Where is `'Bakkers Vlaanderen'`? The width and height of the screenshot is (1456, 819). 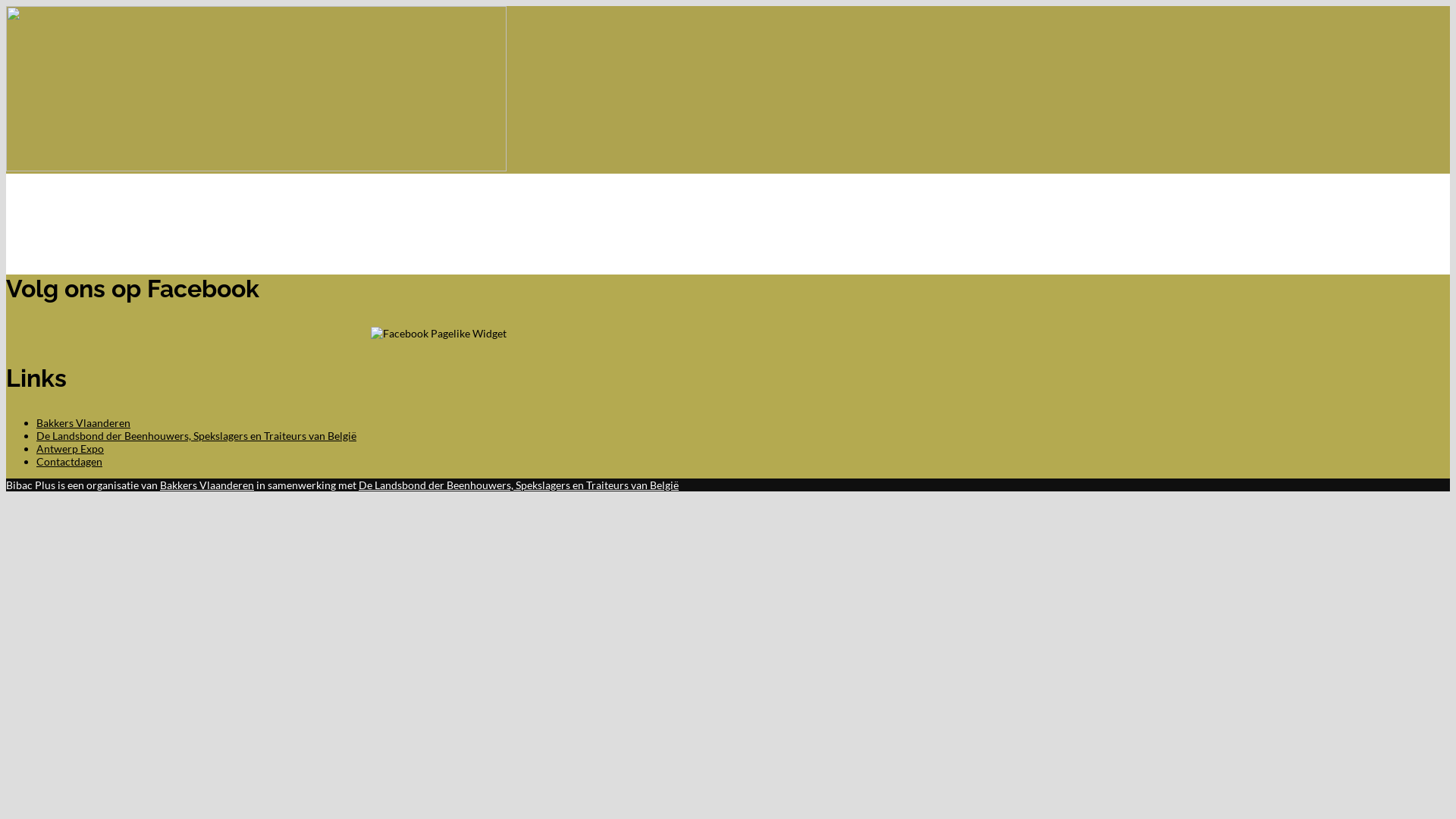
'Bakkers Vlaanderen' is located at coordinates (83, 422).